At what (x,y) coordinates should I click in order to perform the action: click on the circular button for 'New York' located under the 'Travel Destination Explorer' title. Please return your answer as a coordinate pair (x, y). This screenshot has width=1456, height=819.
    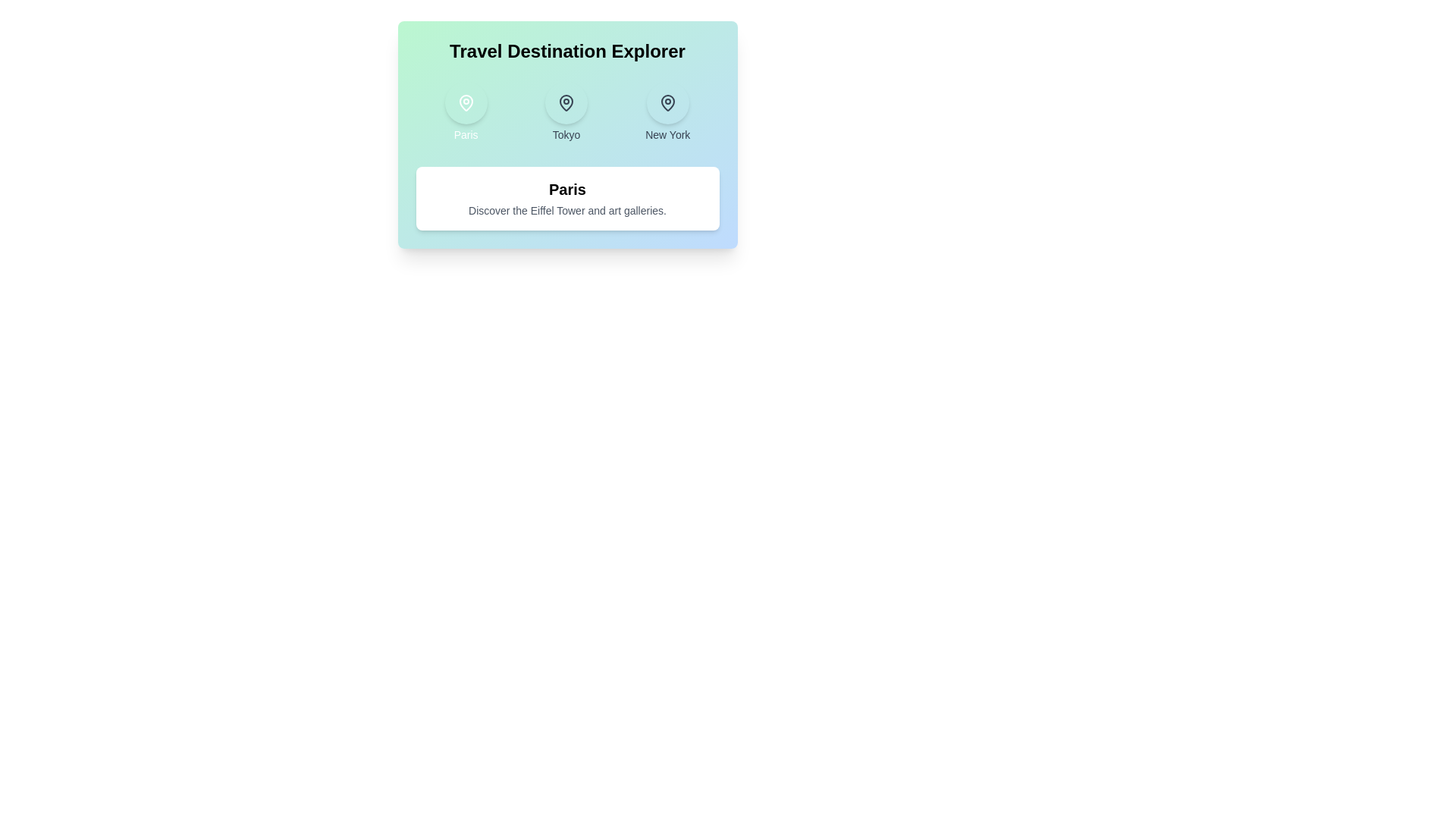
    Looking at the image, I should click on (667, 102).